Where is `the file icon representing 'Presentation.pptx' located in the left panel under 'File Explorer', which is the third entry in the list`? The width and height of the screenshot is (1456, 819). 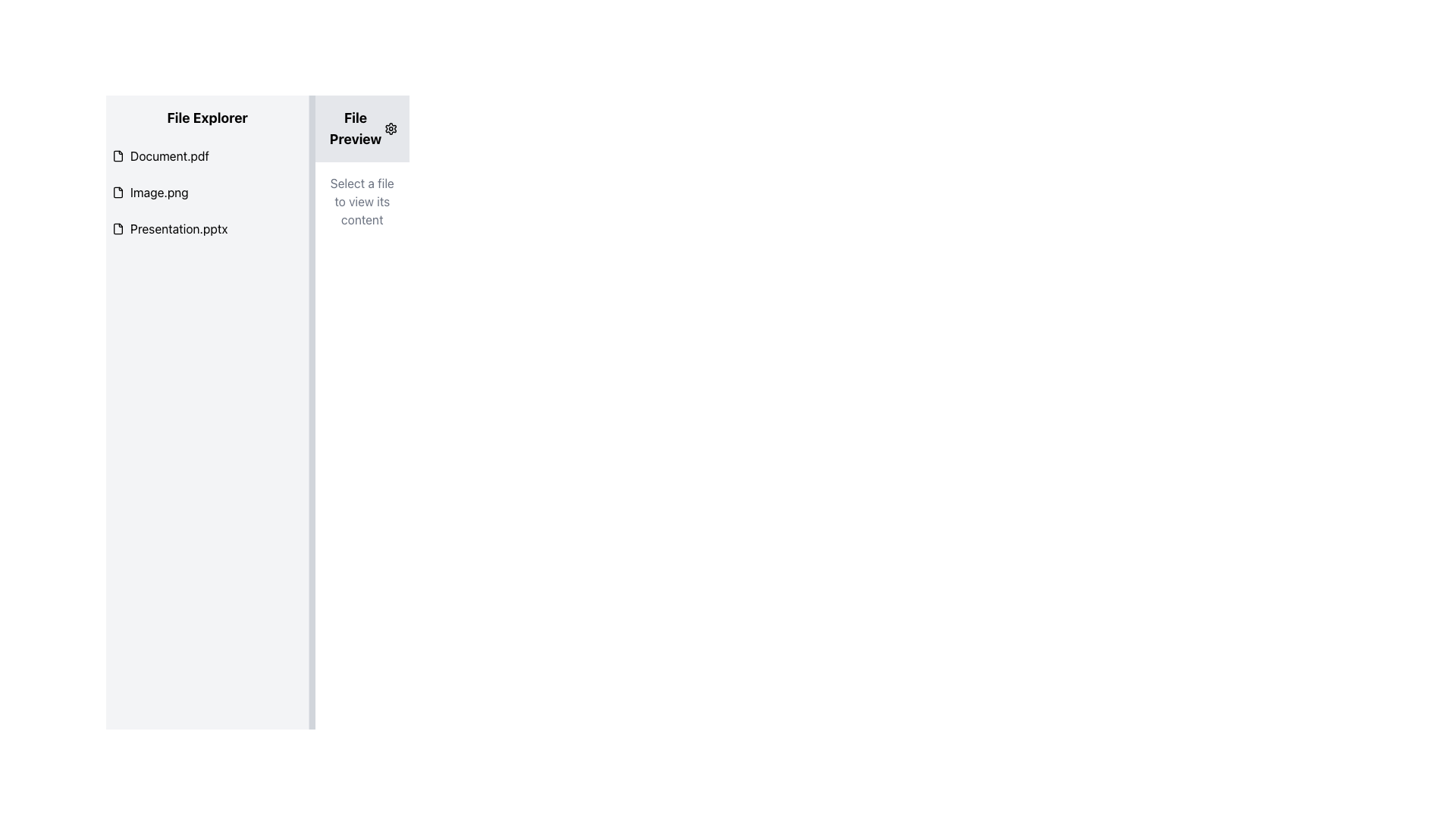
the file icon representing 'Presentation.pptx' located in the left panel under 'File Explorer', which is the third entry in the list is located at coordinates (118, 228).